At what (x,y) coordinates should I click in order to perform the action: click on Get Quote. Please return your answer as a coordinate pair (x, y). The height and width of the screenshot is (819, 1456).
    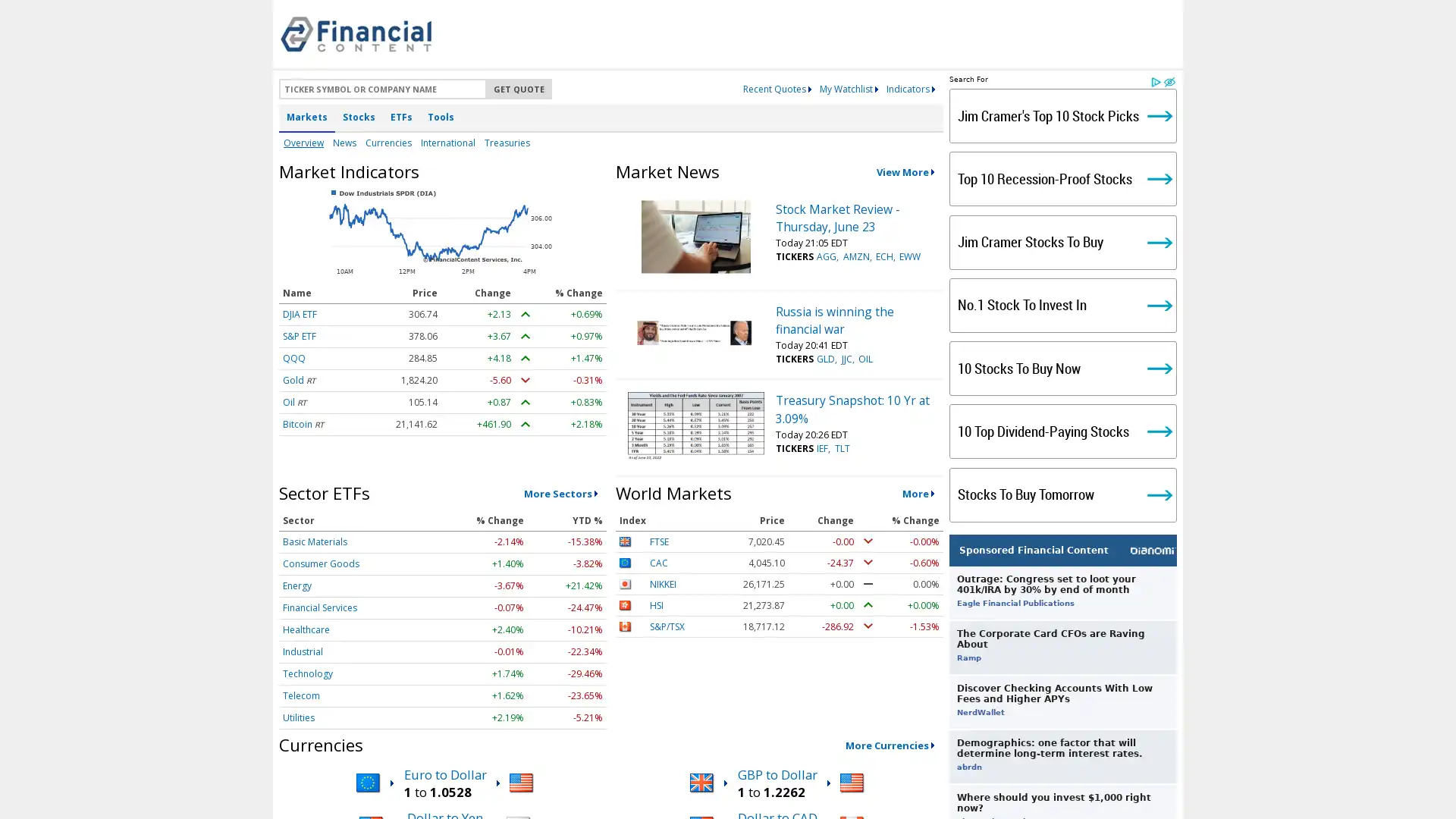
    Looking at the image, I should click on (519, 89).